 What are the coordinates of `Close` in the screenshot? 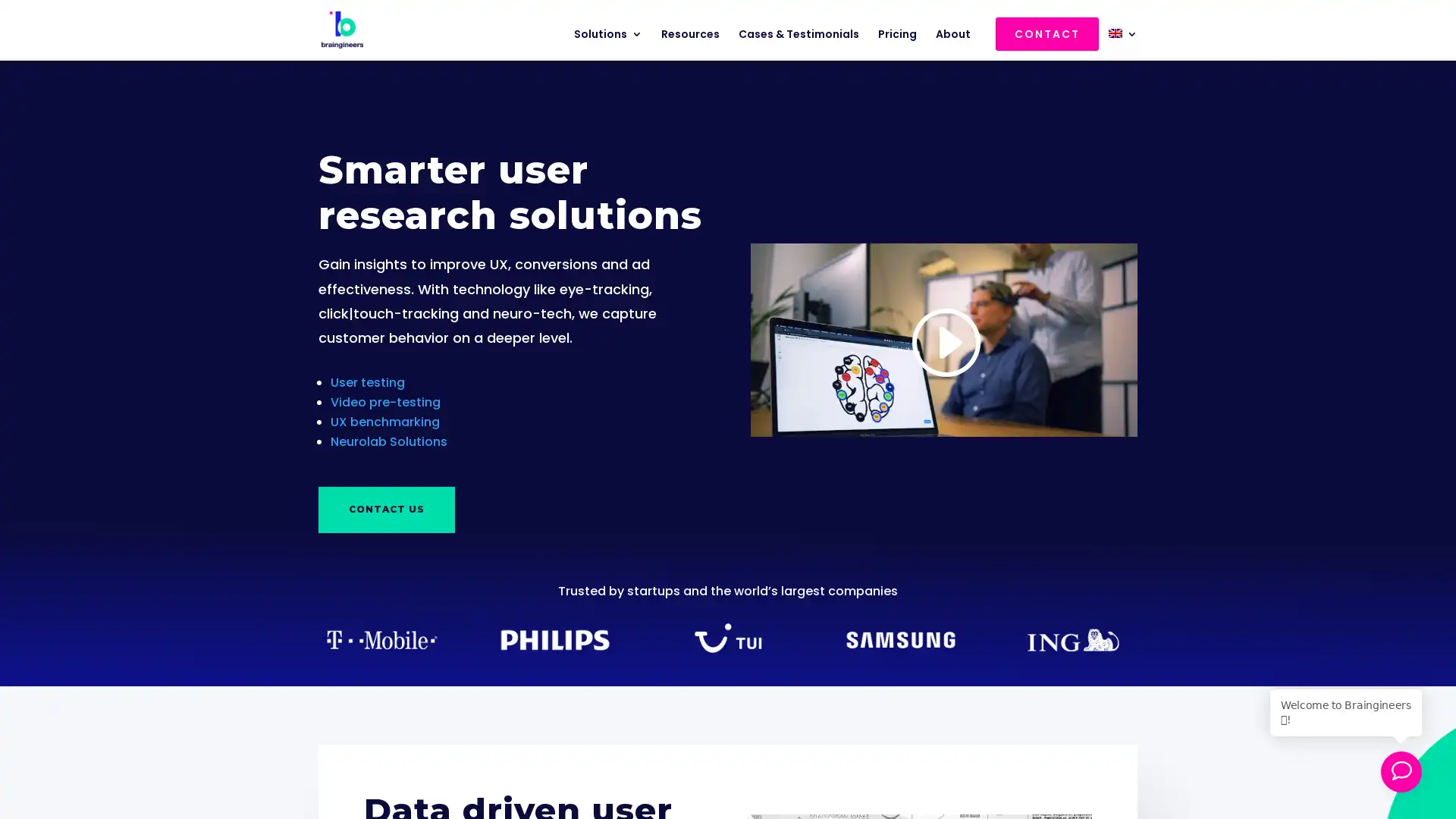 It's located at (275, 619).